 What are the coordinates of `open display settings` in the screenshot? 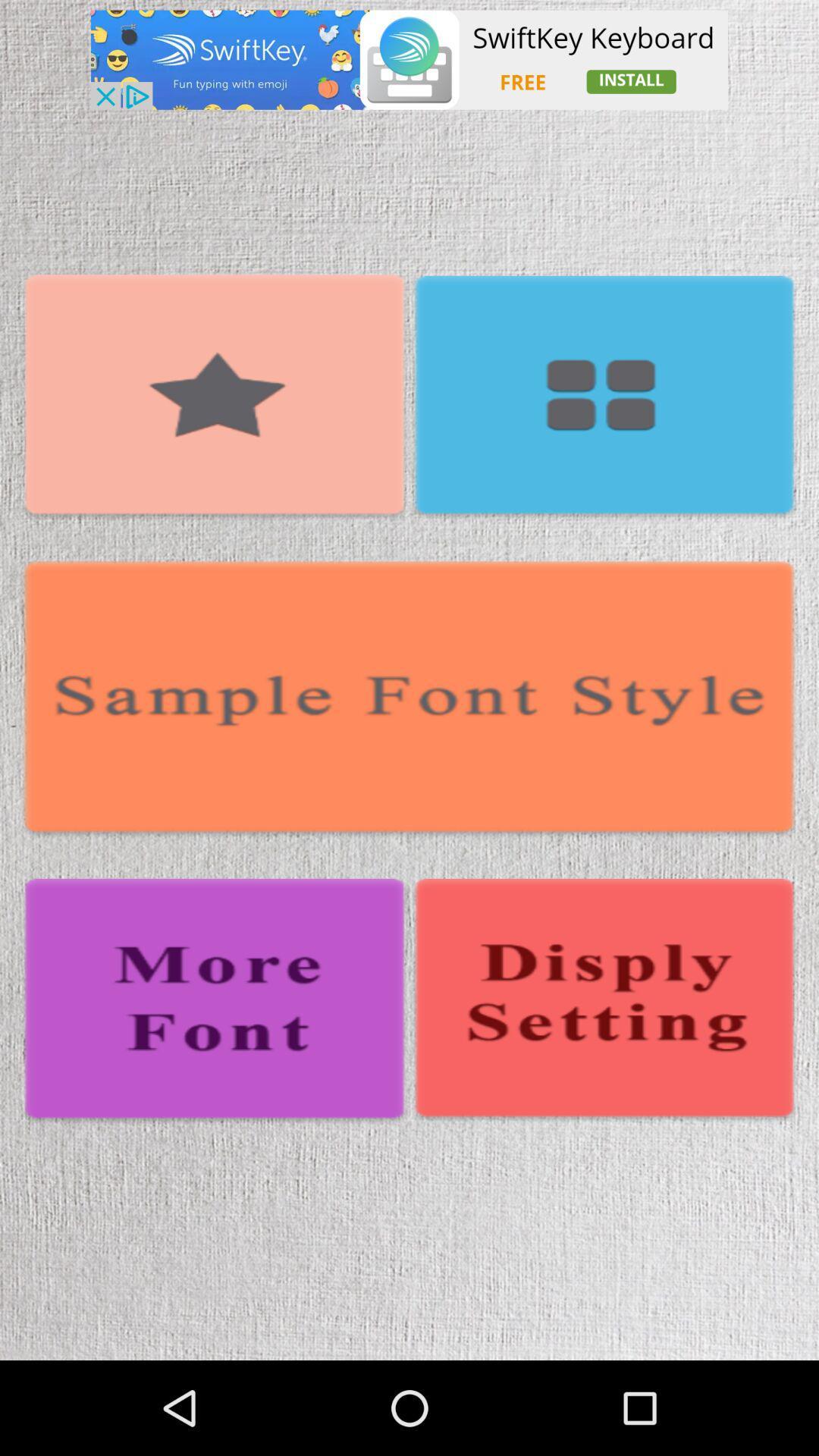 It's located at (603, 1001).